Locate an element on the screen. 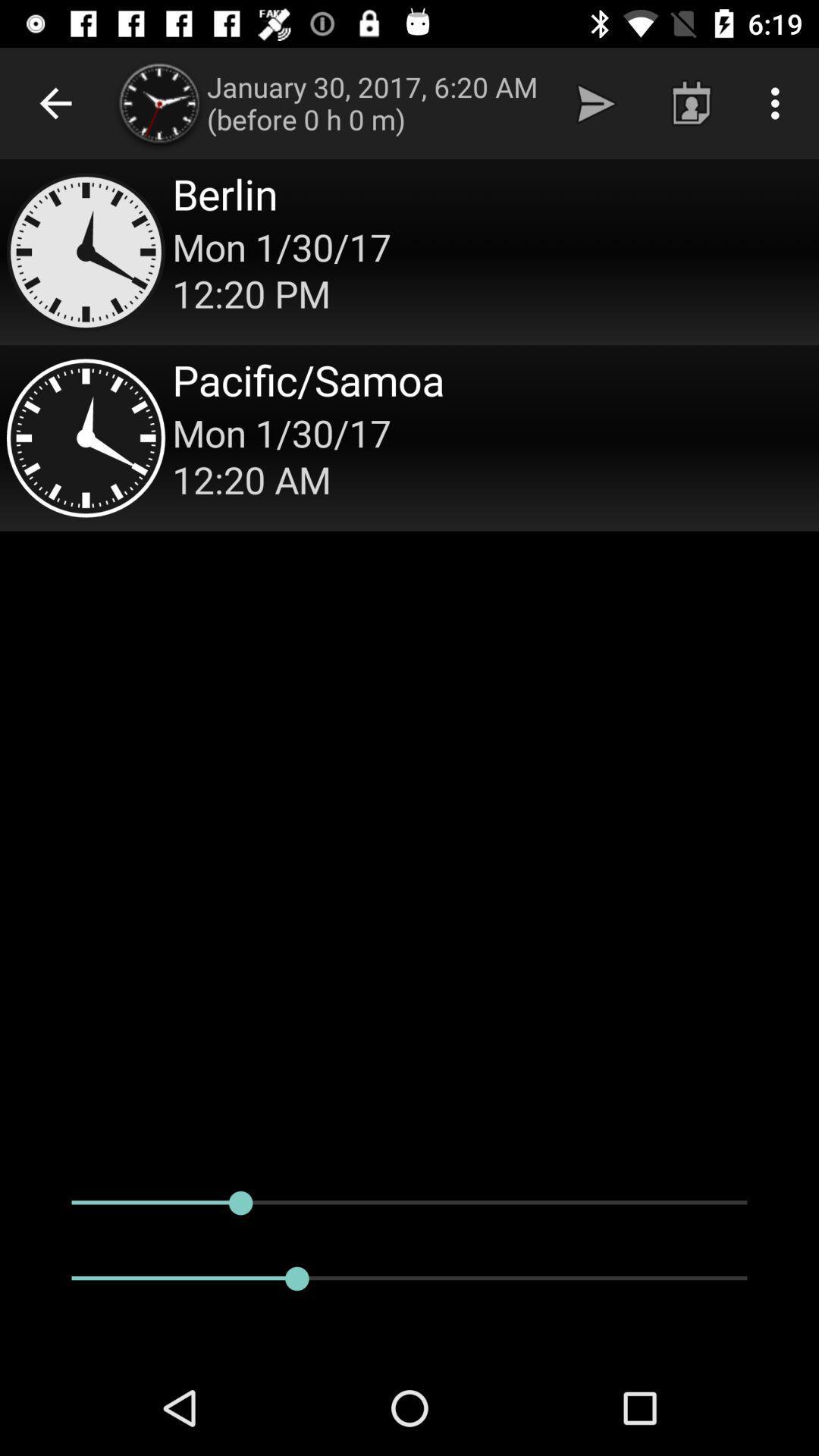 This screenshot has height=1456, width=819. berlin time zone options is located at coordinates (409, 252).